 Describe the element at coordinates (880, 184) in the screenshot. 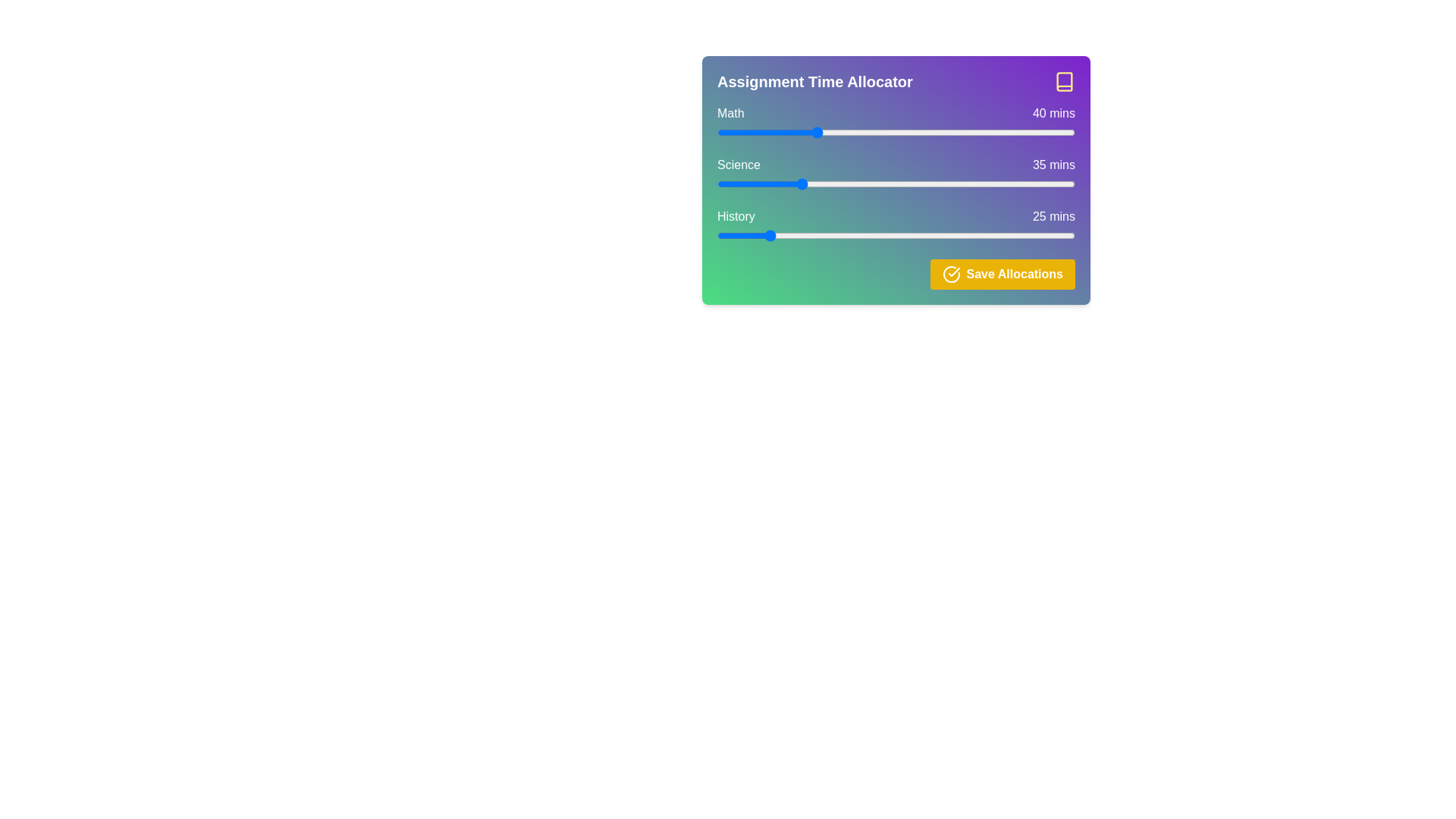

I see `allocation time` at that location.